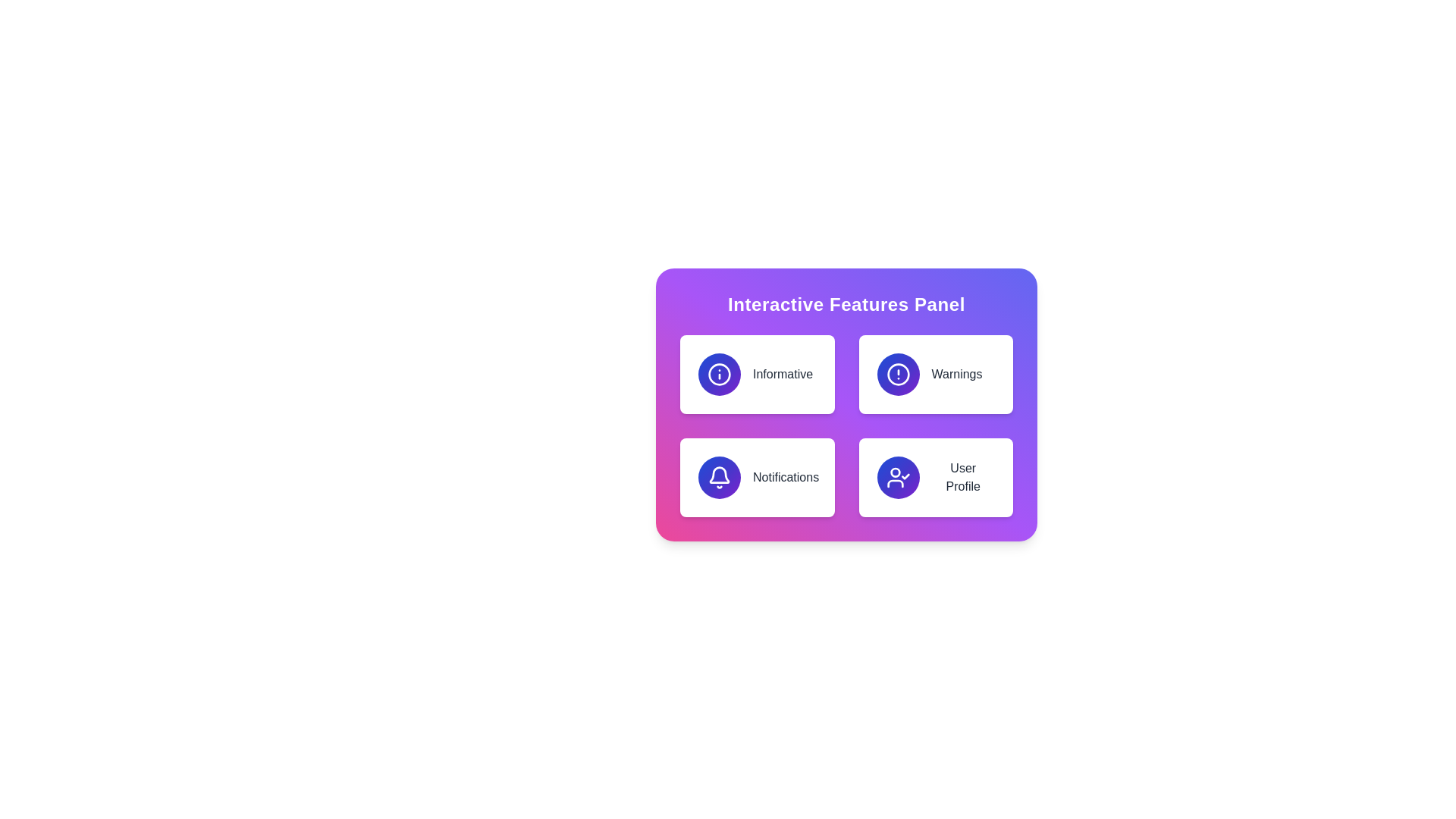 Image resolution: width=1456 pixels, height=819 pixels. Describe the element at coordinates (895, 472) in the screenshot. I see `the SVG Circle representing the user's head in the user profile icon located in the upper-left quadrant of the SVG graphic` at that location.